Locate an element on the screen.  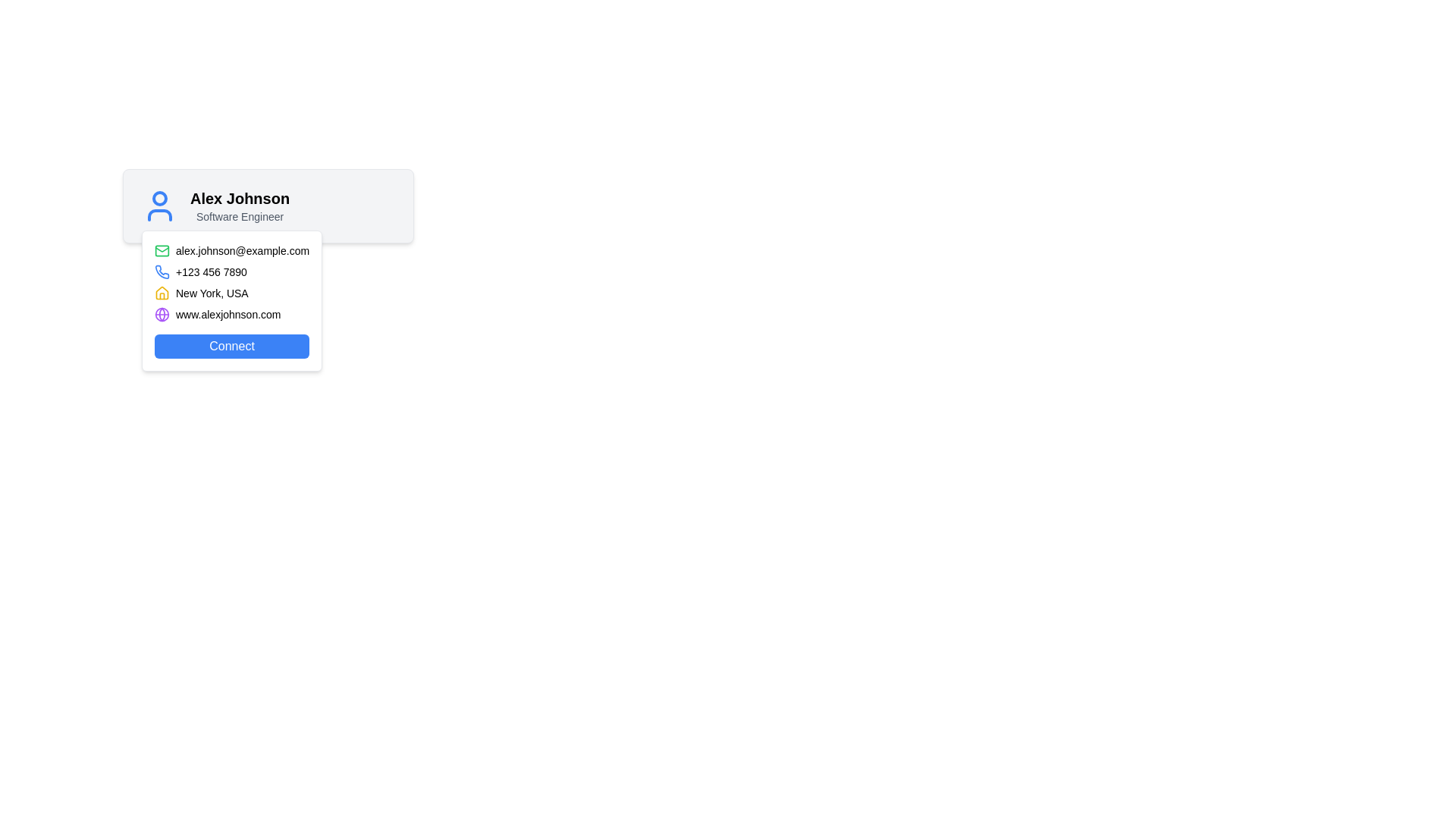
the icon located to the immediate left of the text 'www.alexjohnson.com' is located at coordinates (162, 314).